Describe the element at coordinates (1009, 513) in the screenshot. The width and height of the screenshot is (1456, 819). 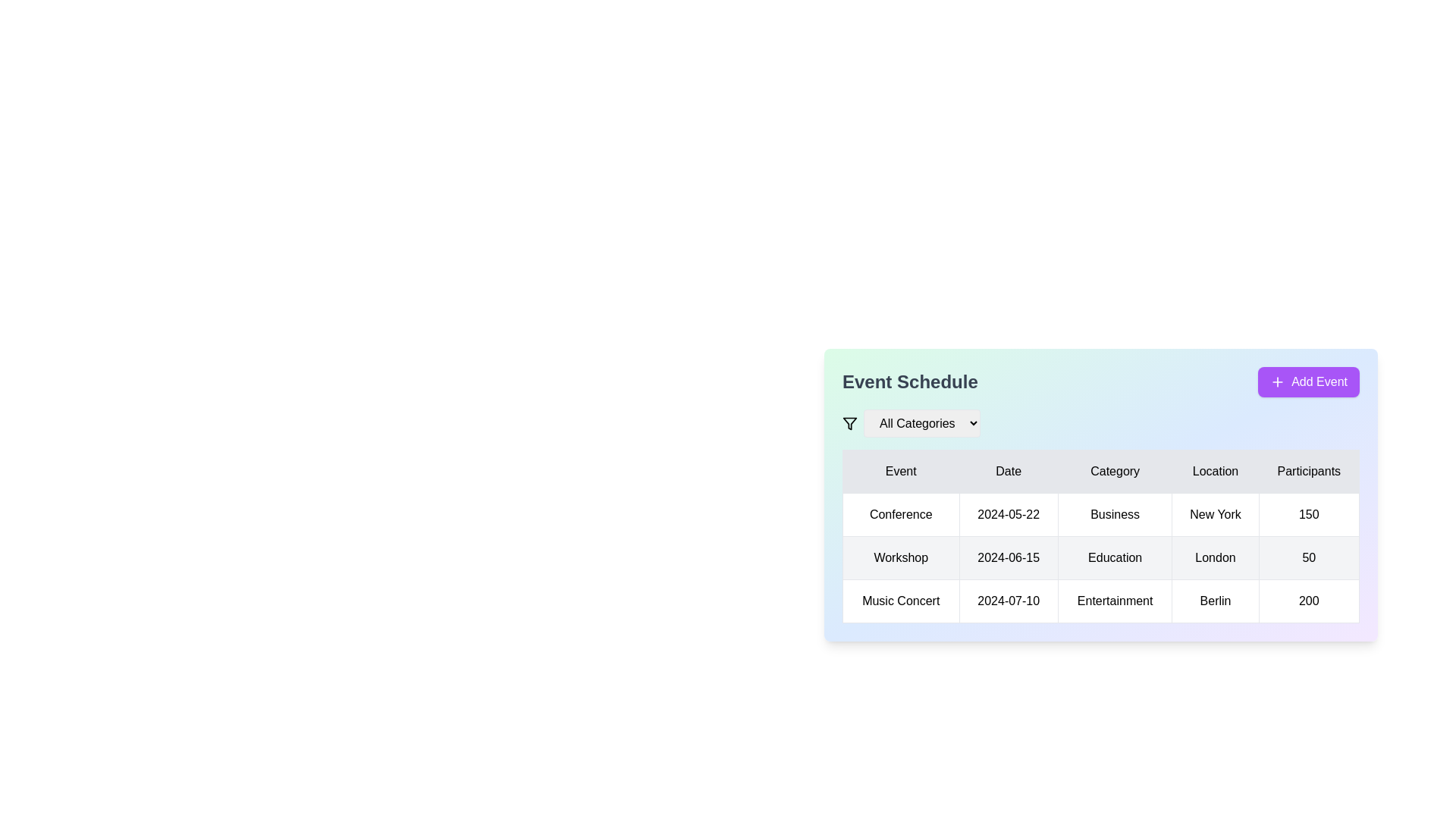
I see `the date label displaying '2024-05-22' in the 'Date' column of the 'Conference' entry in the event schedule` at that location.